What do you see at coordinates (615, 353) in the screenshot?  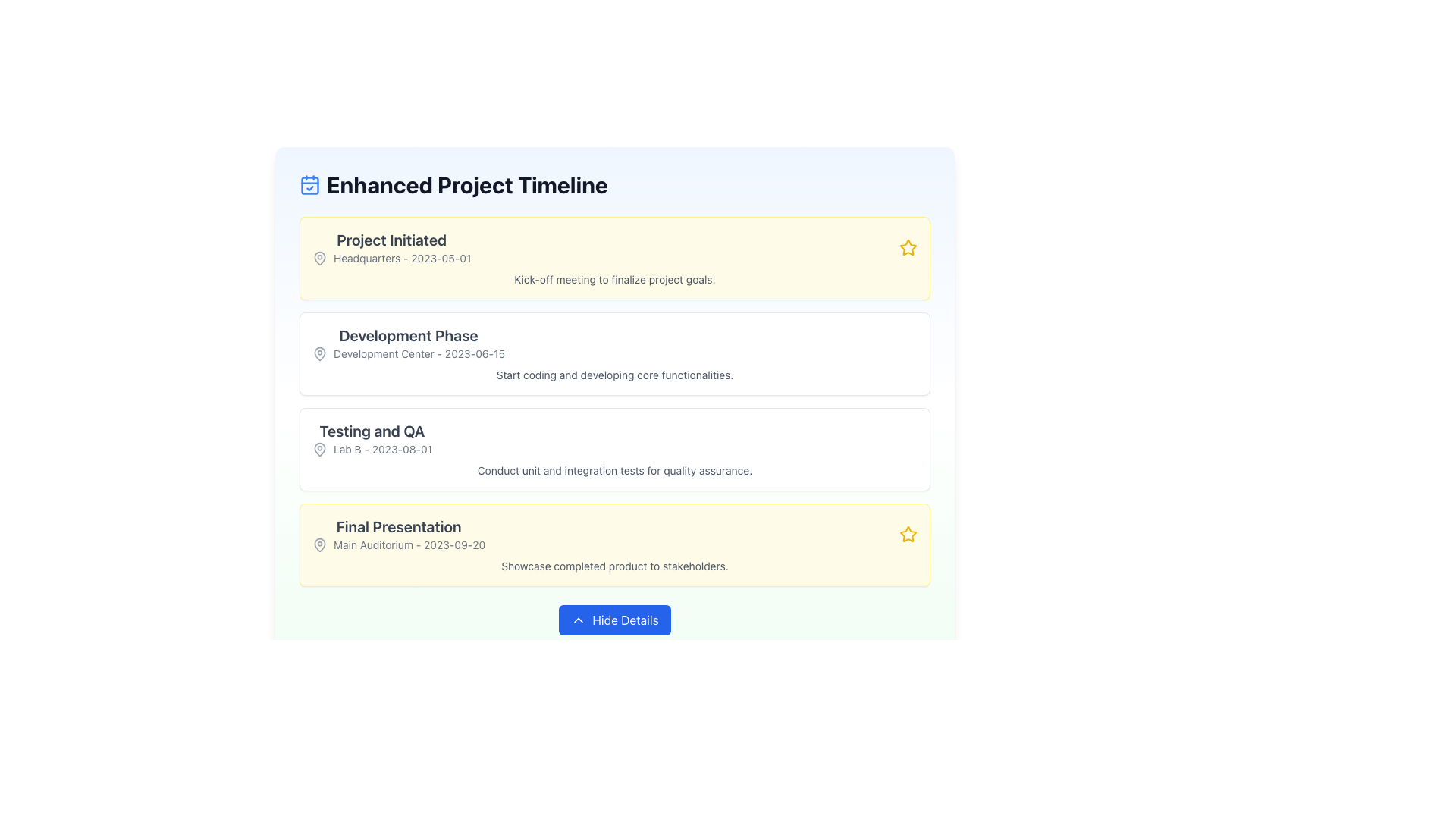 I see `the second informational card titled 'Development Phase' in the 'Enhanced Project Timeline' list, which contains details about the development center and date` at bounding box center [615, 353].